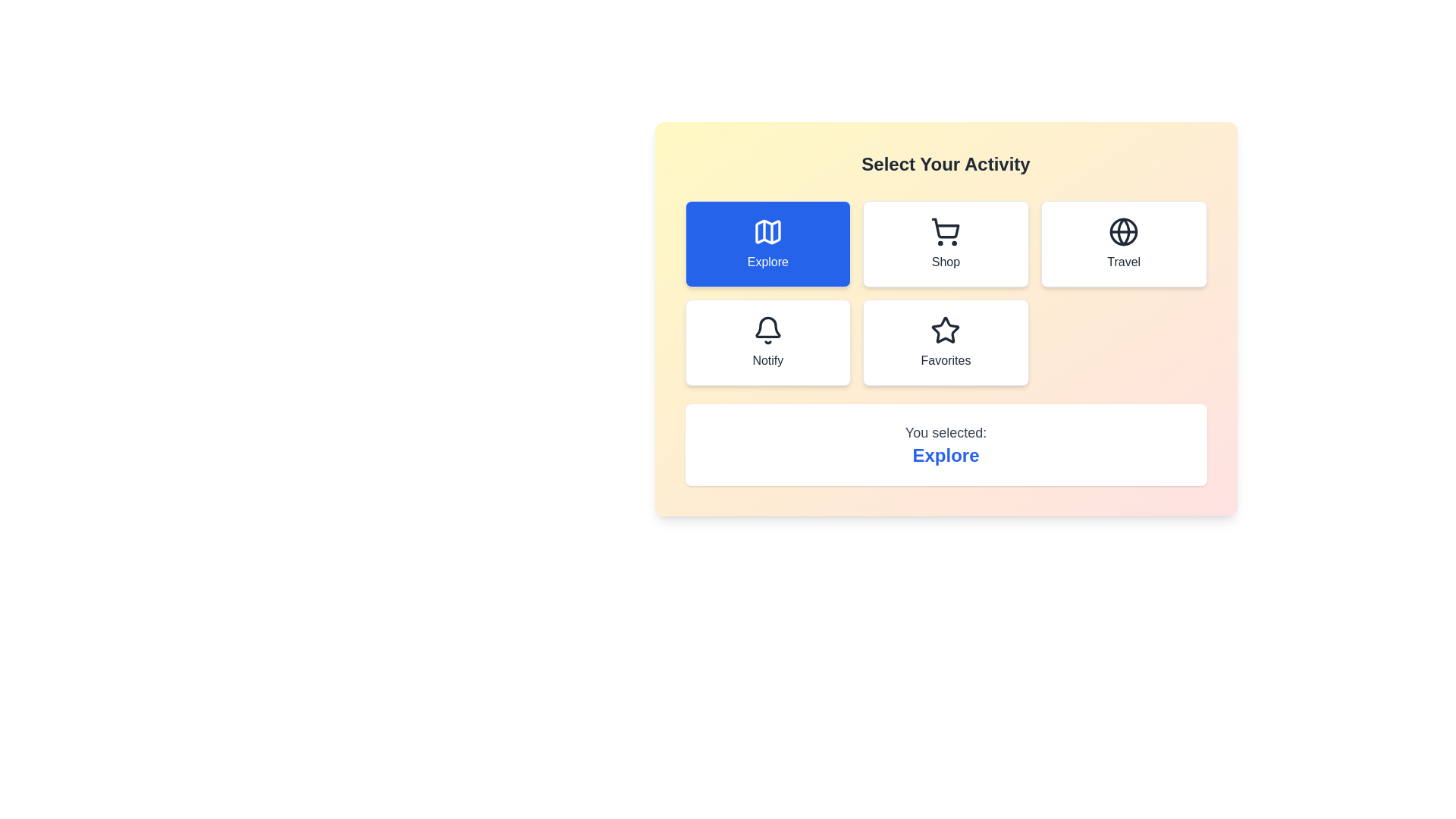  I want to click on the button corresponding to the activity Travel, so click(1124, 243).